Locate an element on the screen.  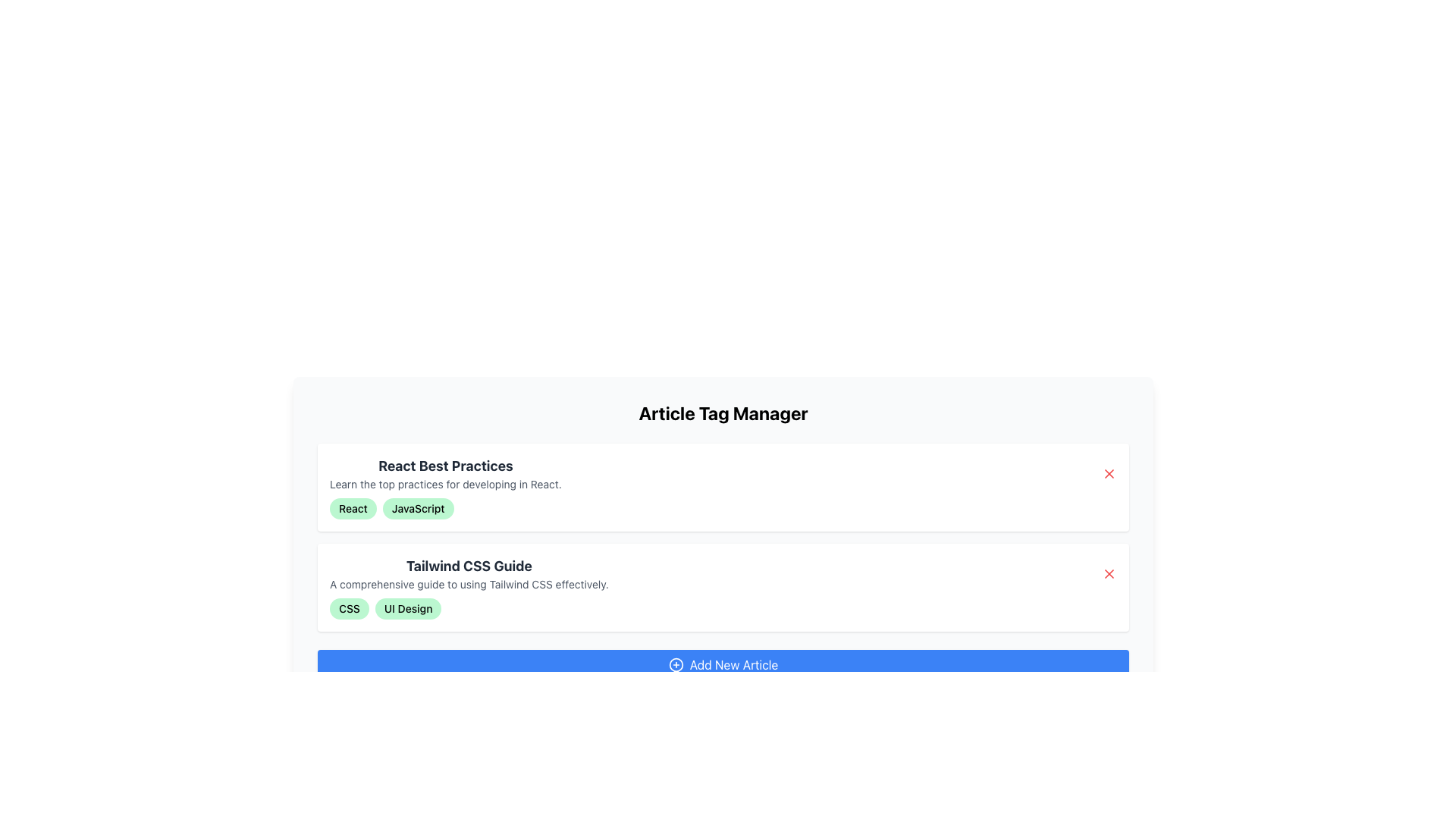
content displayed in the Text Display located at the topmost item in the list under the header 'Article Tag Manager', centered horizontally and above the green tags 'React' and 'JavaScript' is located at coordinates (444, 472).